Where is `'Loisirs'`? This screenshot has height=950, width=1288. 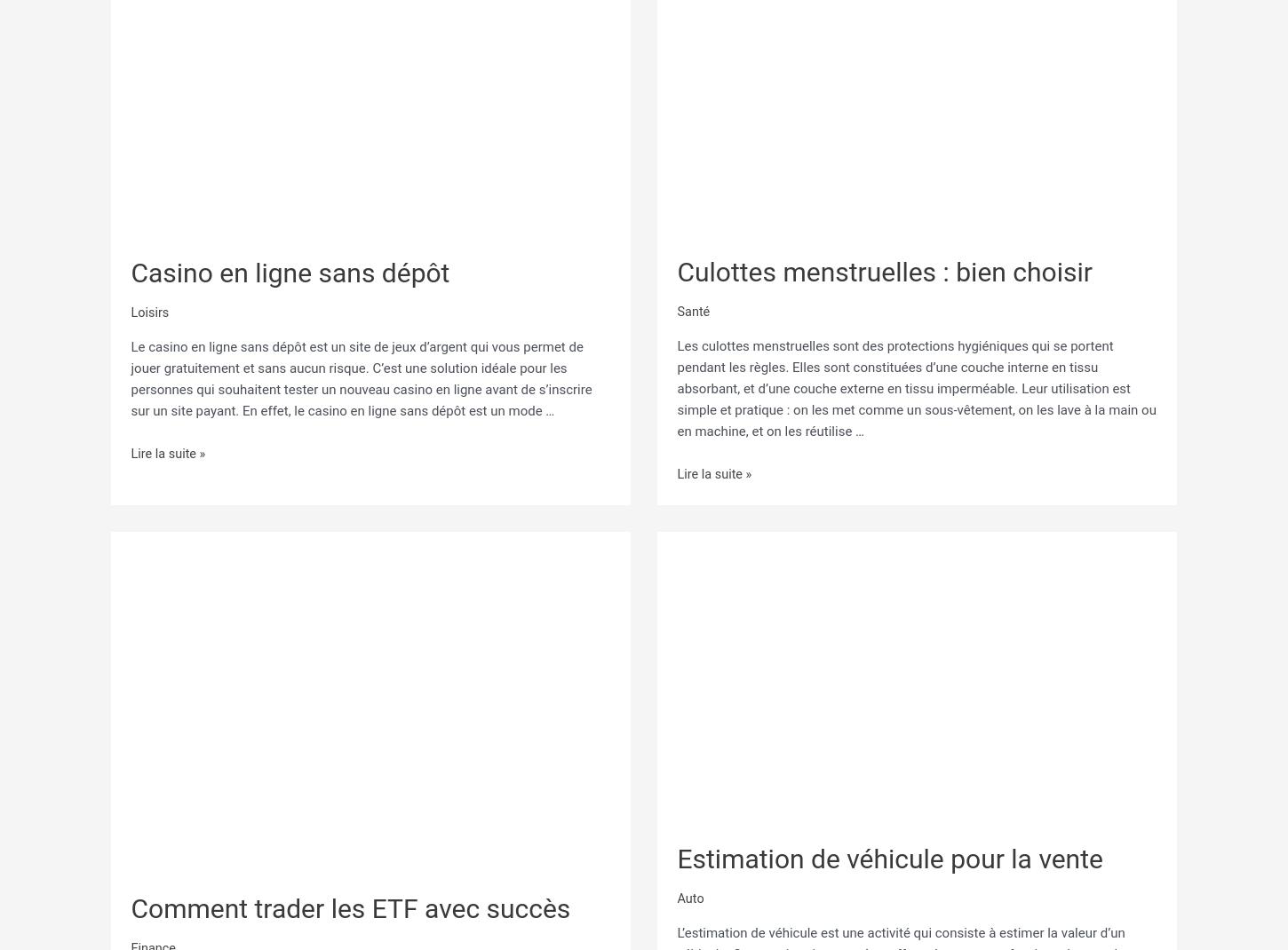 'Loisirs' is located at coordinates (149, 308).